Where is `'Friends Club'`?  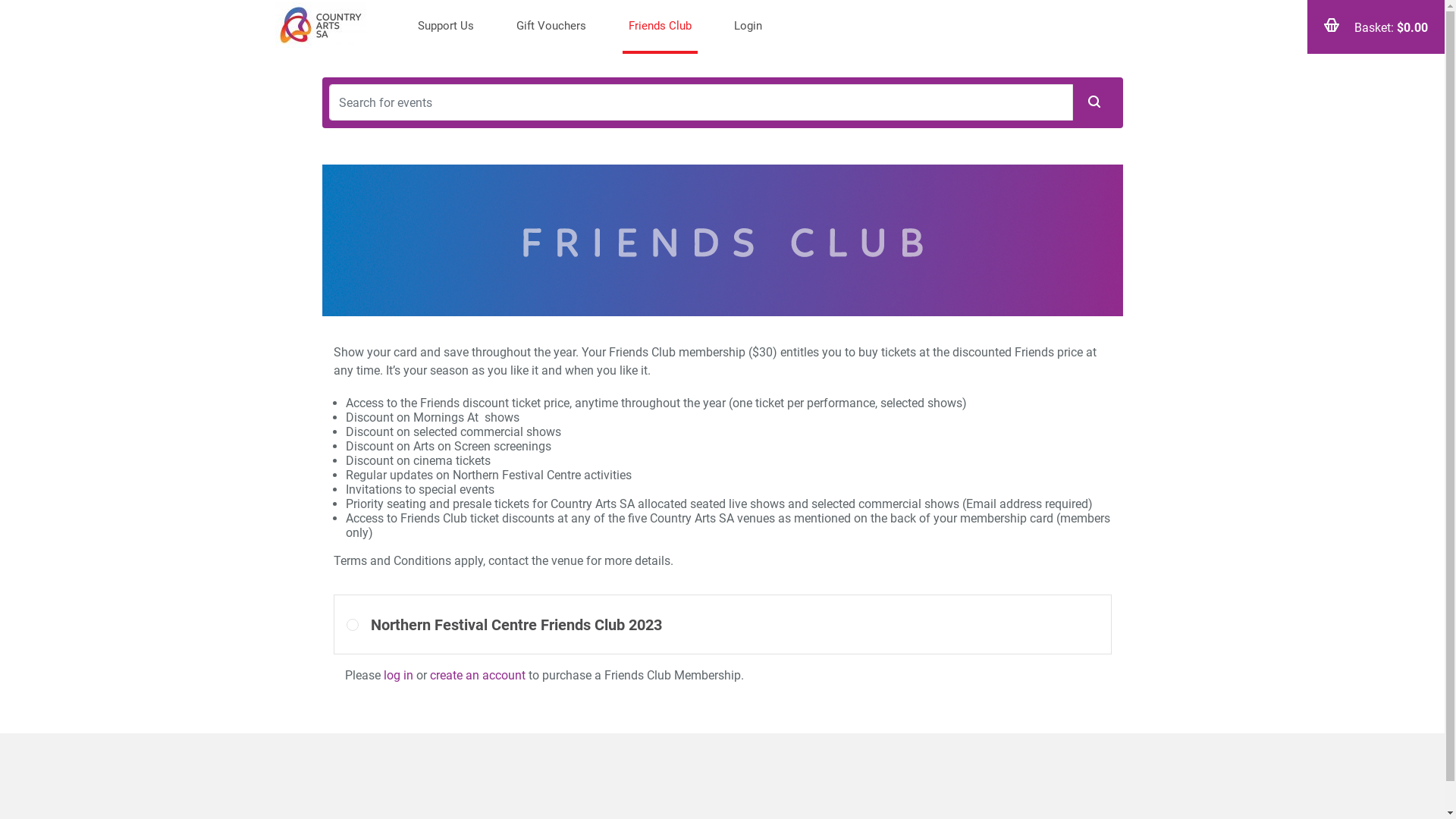
'Friends Club' is located at coordinates (659, 27).